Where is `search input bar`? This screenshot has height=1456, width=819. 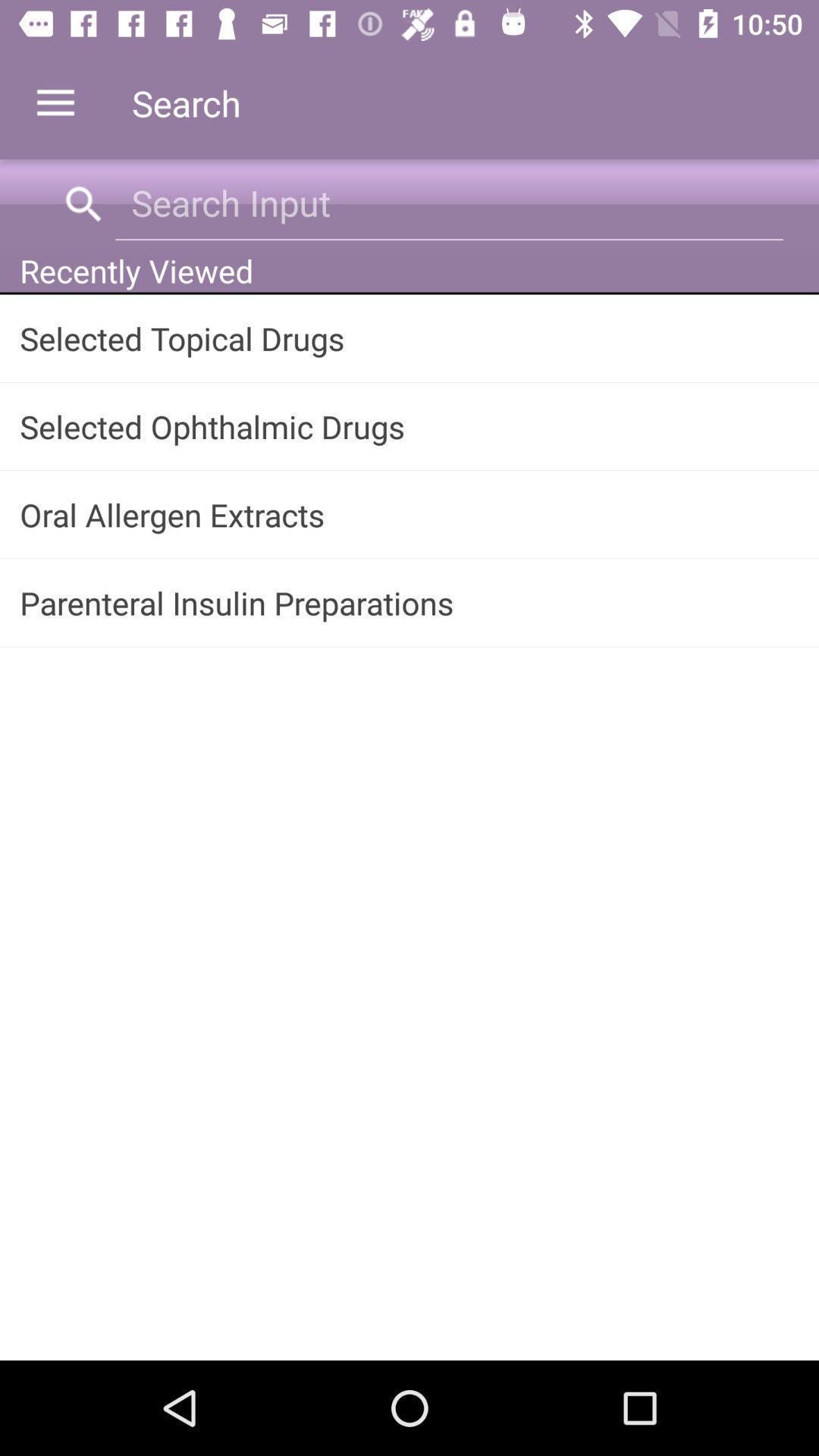 search input bar is located at coordinates (448, 202).